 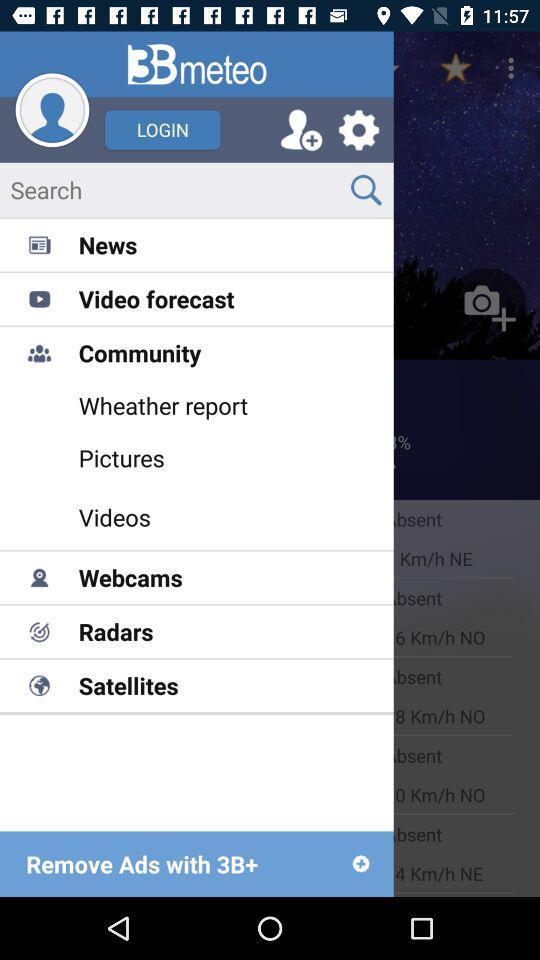 I want to click on the photo icon, so click(x=486, y=307).